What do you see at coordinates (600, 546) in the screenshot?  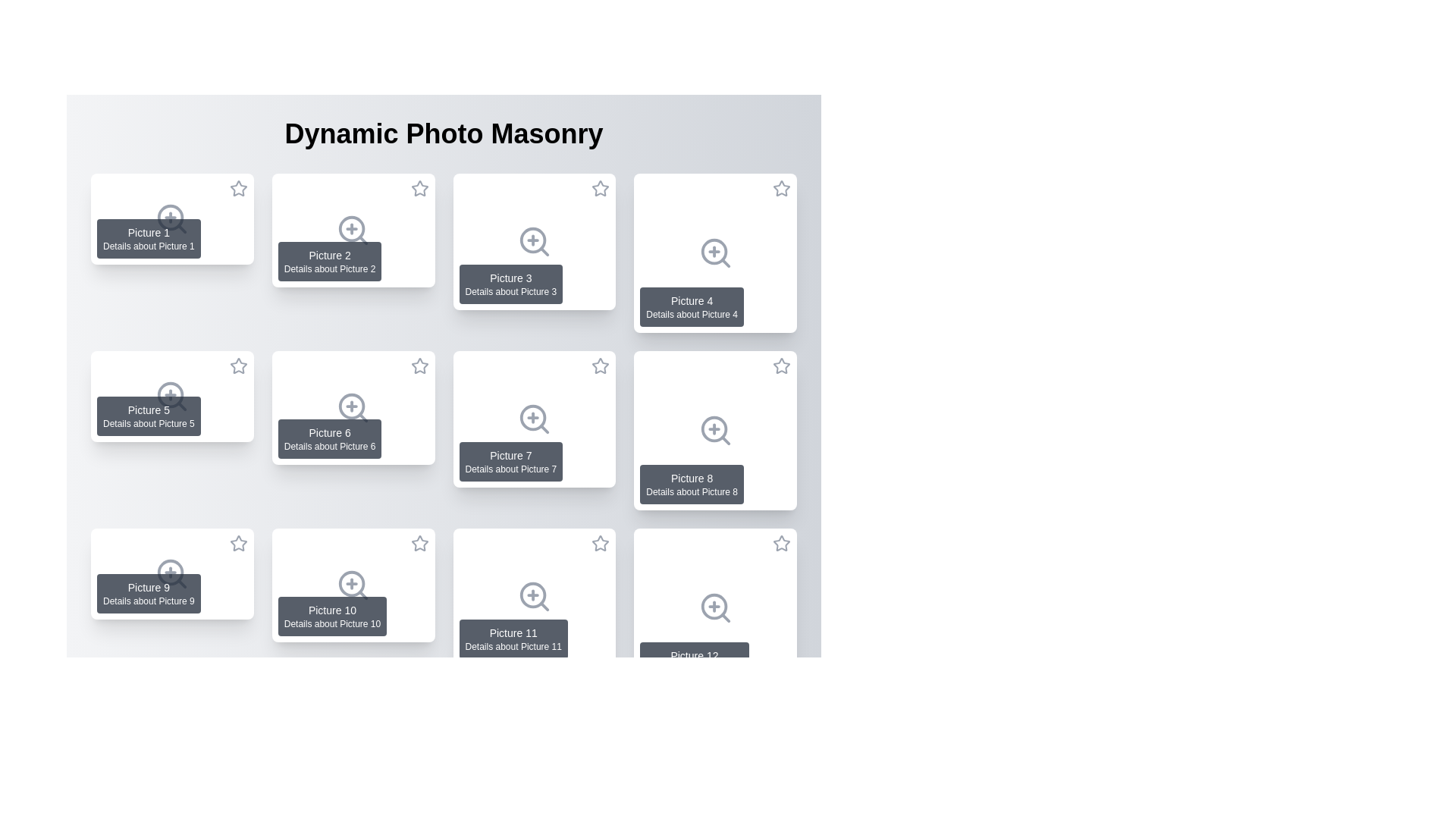 I see `the star icon located at the top-right corner of the card for 'Picture 11' to favorite this card` at bounding box center [600, 546].